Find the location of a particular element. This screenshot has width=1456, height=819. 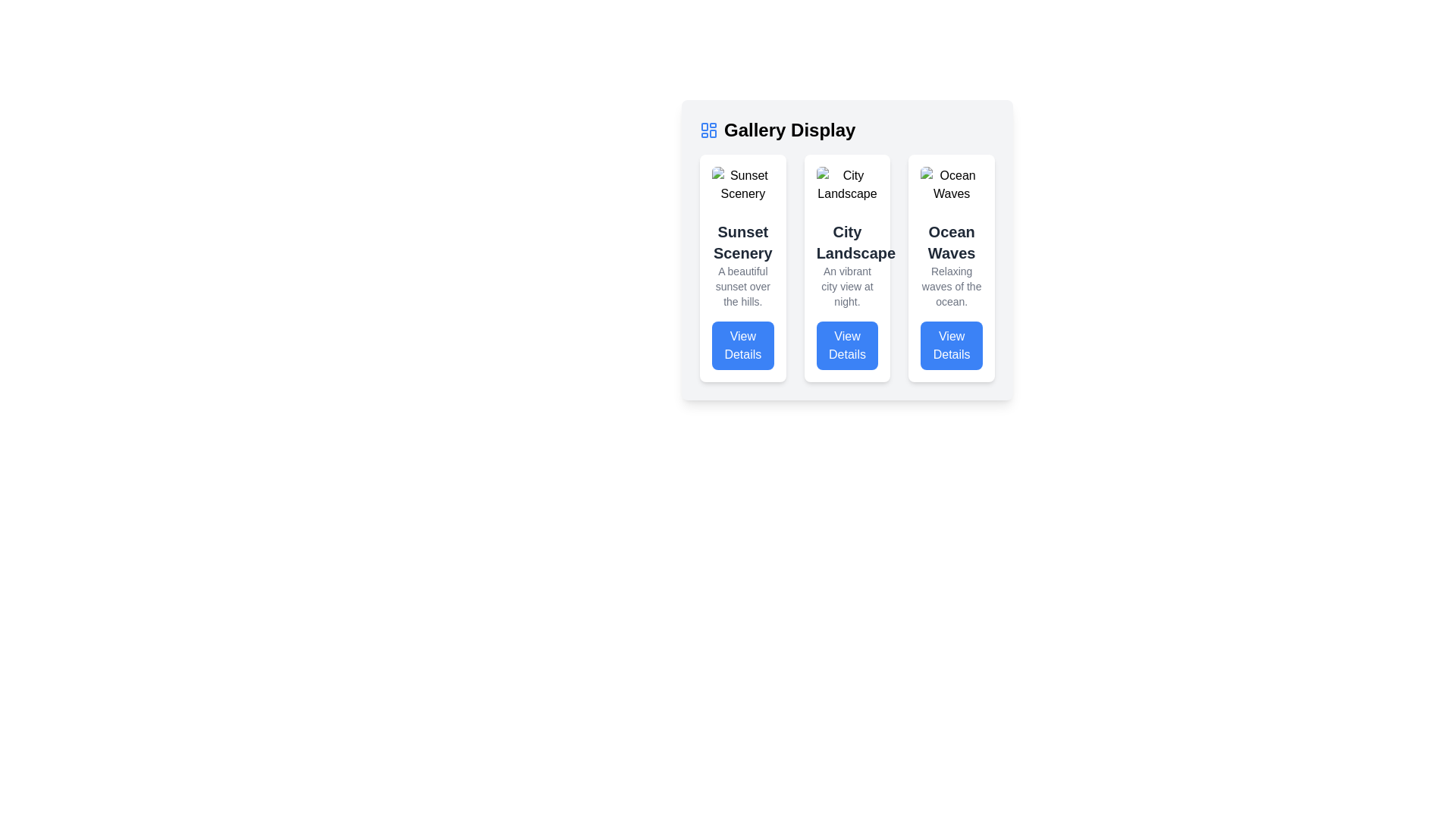

the city landscape image is located at coordinates (846, 184).